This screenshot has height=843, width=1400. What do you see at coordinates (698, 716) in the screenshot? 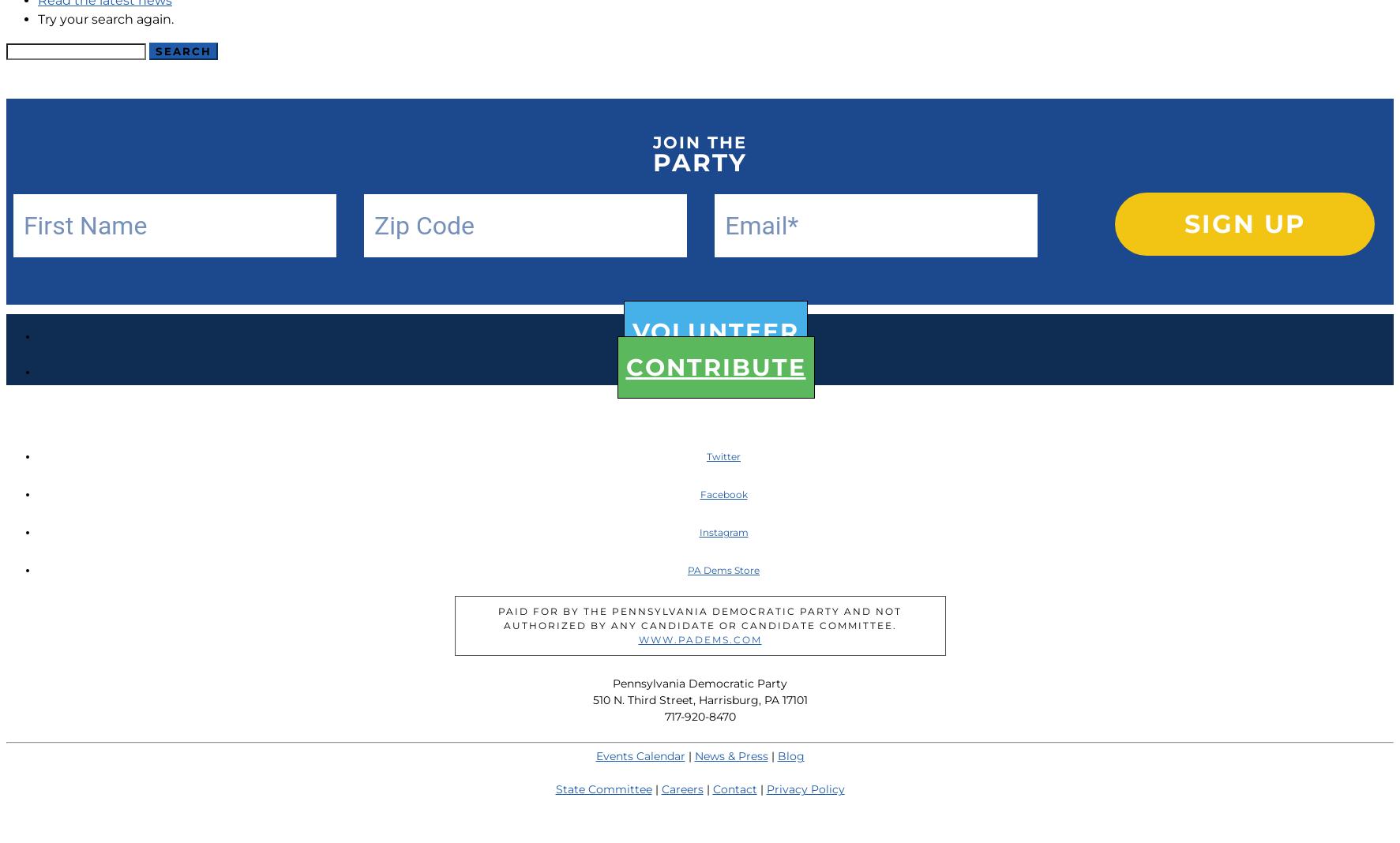
I see `'717-920-8470'` at bounding box center [698, 716].